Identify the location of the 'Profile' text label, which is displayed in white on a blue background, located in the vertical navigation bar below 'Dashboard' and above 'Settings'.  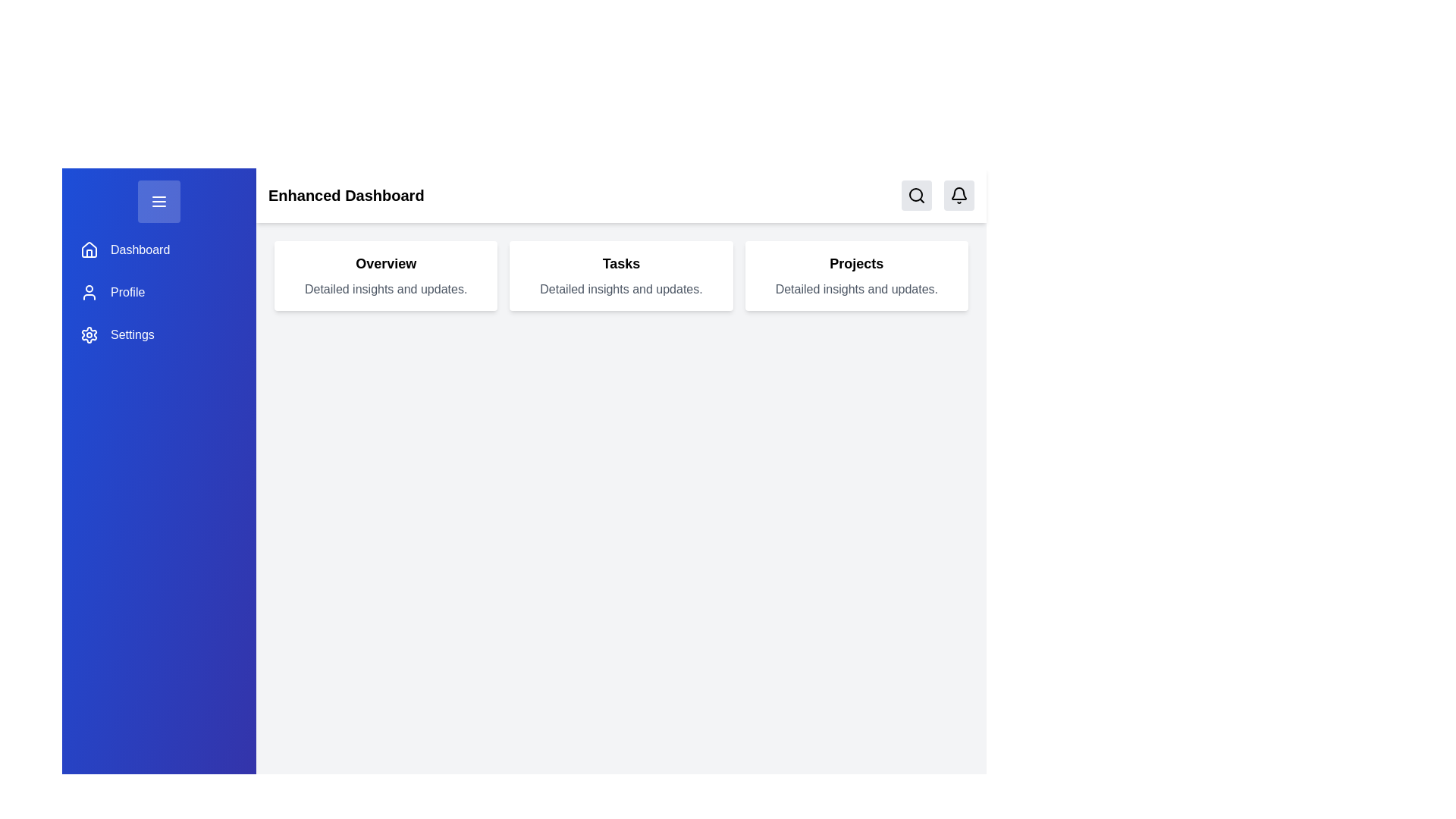
(127, 292).